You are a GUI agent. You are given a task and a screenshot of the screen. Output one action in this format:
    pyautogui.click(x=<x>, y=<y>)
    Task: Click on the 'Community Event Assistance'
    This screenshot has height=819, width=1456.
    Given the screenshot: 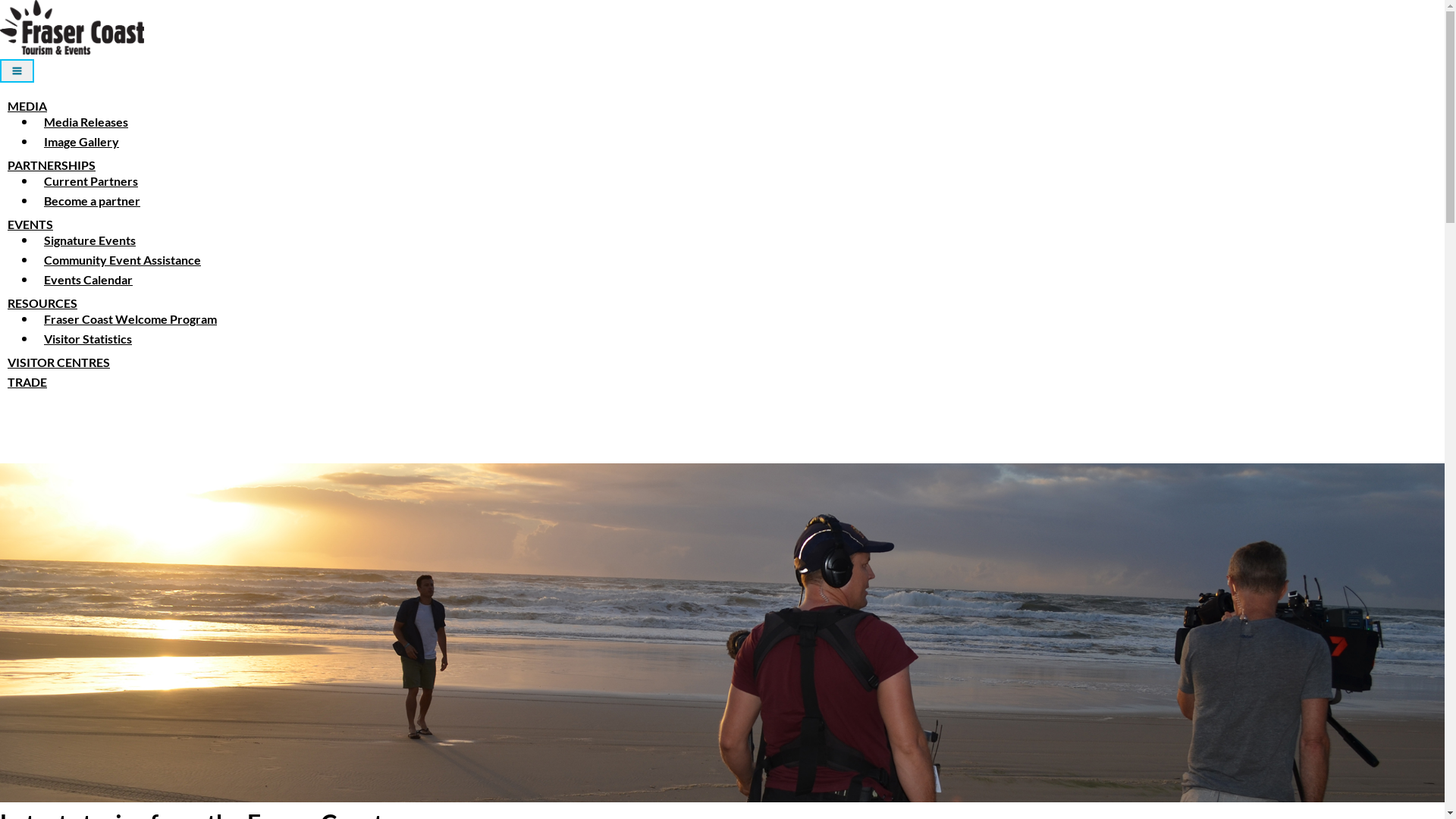 What is the action you would take?
    pyautogui.click(x=122, y=259)
    